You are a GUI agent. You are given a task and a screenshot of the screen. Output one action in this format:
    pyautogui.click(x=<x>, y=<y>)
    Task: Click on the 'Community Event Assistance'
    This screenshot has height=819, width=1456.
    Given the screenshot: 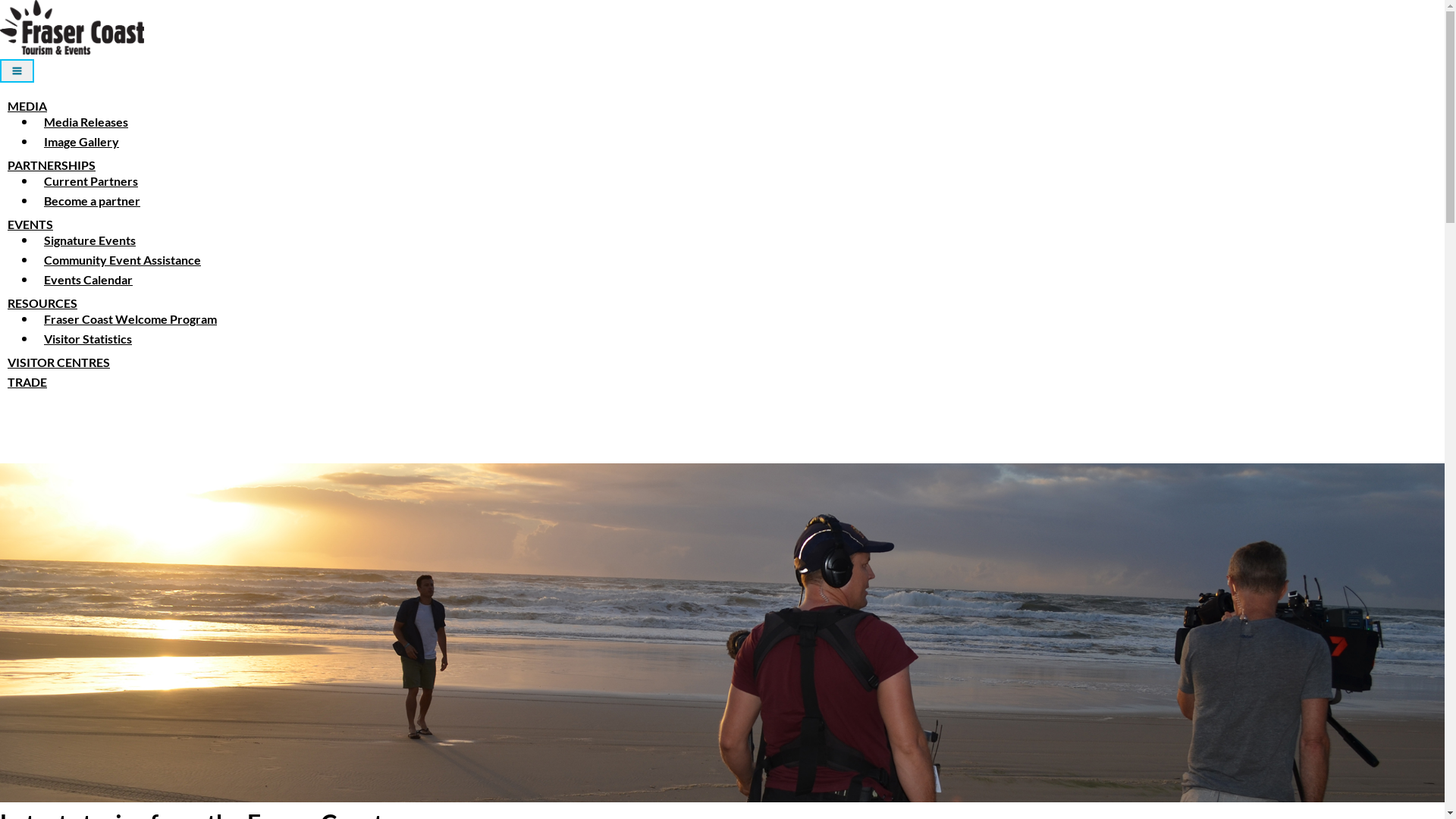 What is the action you would take?
    pyautogui.click(x=122, y=259)
    